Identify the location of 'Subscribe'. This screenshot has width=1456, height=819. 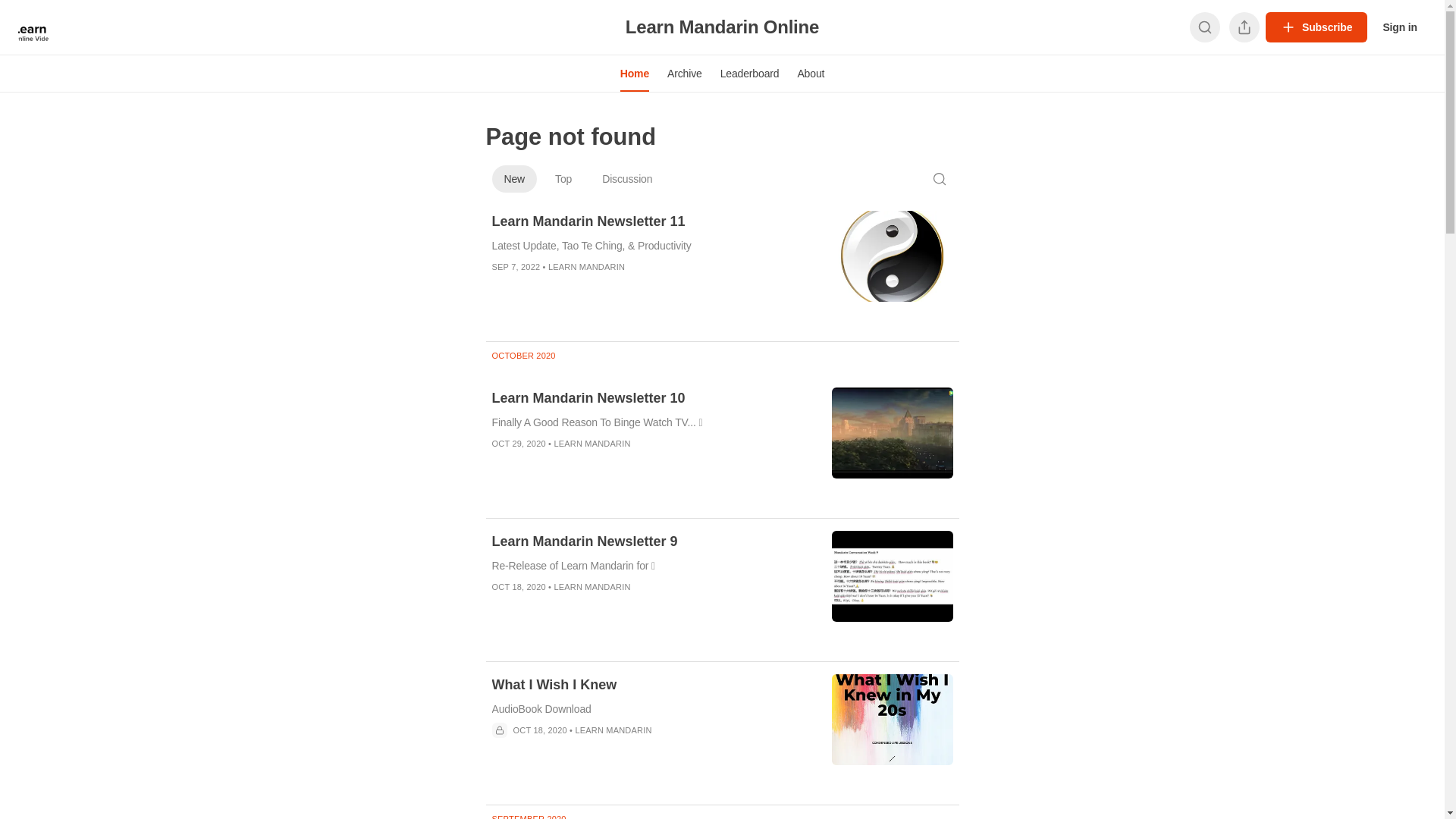
(1316, 27).